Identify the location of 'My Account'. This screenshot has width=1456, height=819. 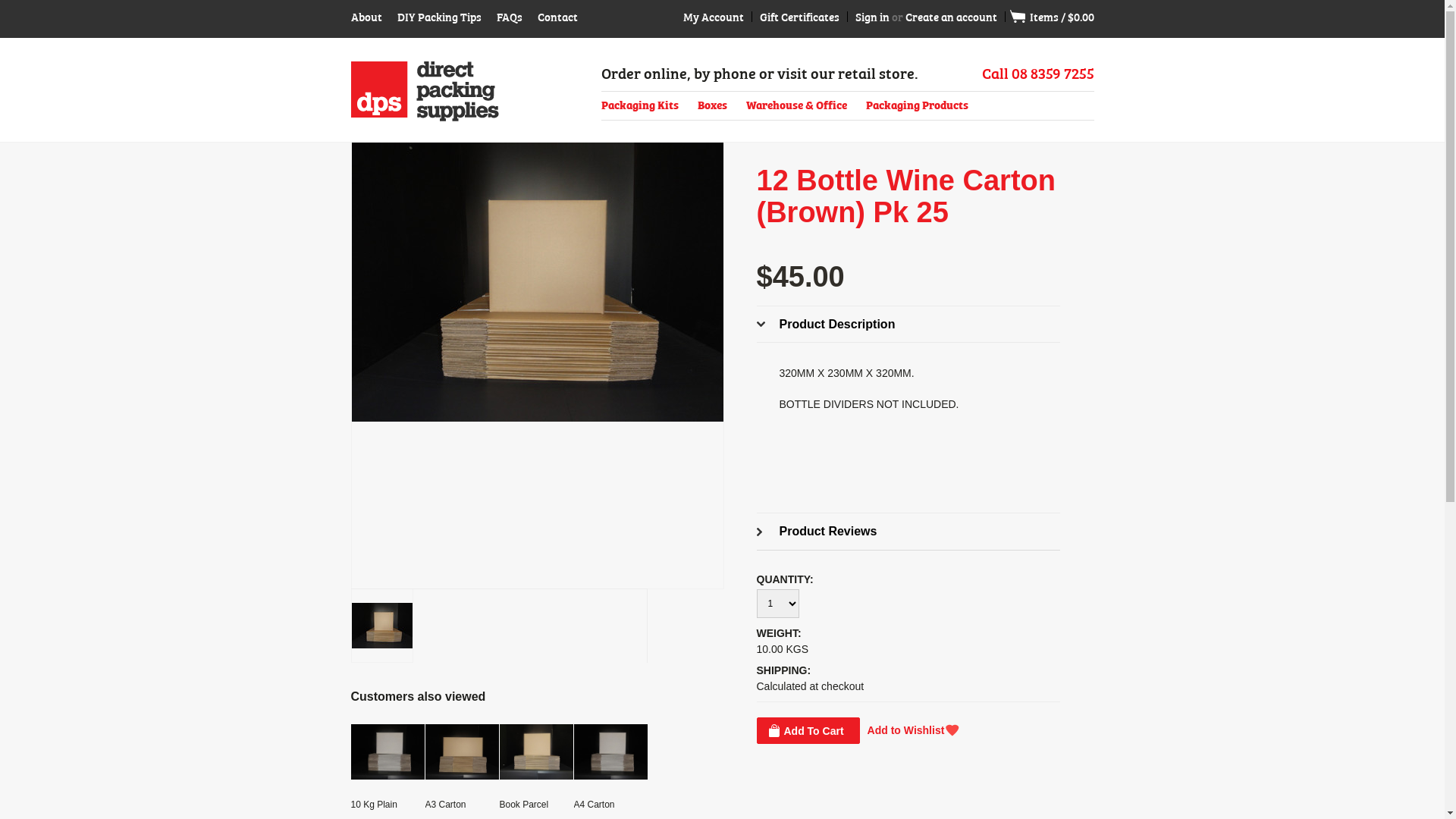
(712, 17).